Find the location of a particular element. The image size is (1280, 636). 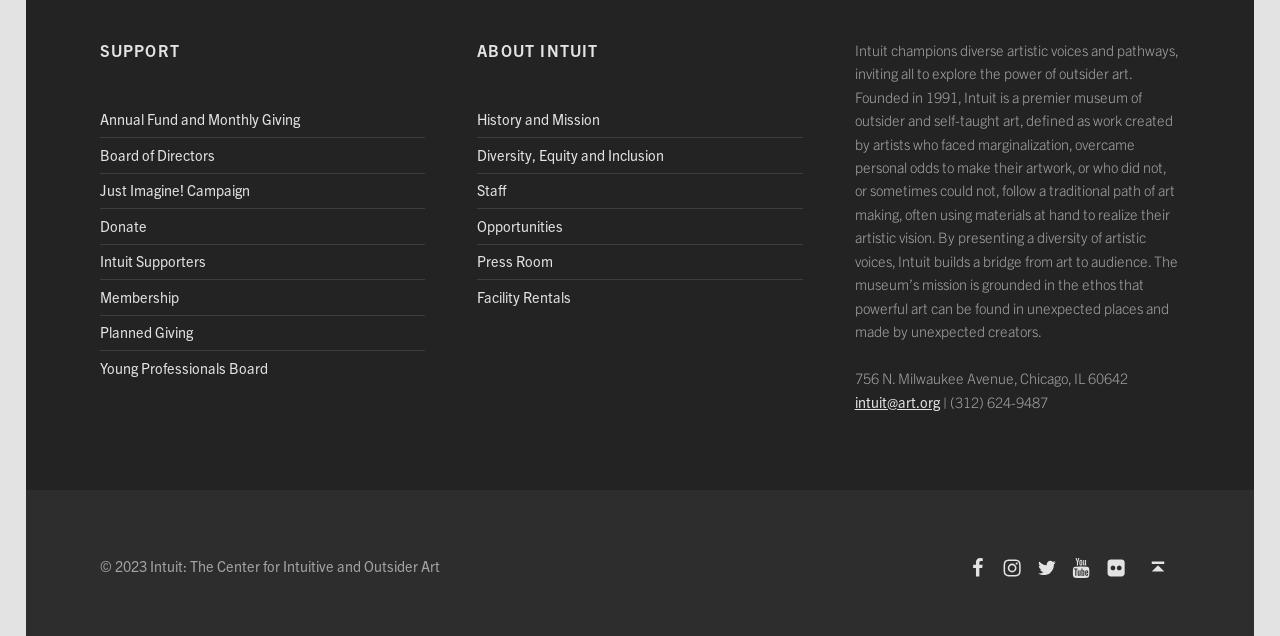

'Intuit champions diverse artistic voices and pathways, inviting all to explore the power of outsider art. Founded in 1991, Intuit is a premier museum of outsider and self-taught art, defined as work created by artists who faced marginalization, overcame personal odds to make their artwork, or who did not, or sometimes could not, follow a traditional path of art making, often using materials at hand to realize their artistic vision. By presenting a diversity of artistic voices, Intuit builds a bridge from art to audience. The museum’s mission is grounded in the ethos that powerful art can be found in unexpected places and made by unexpected creators.' is located at coordinates (1015, 189).